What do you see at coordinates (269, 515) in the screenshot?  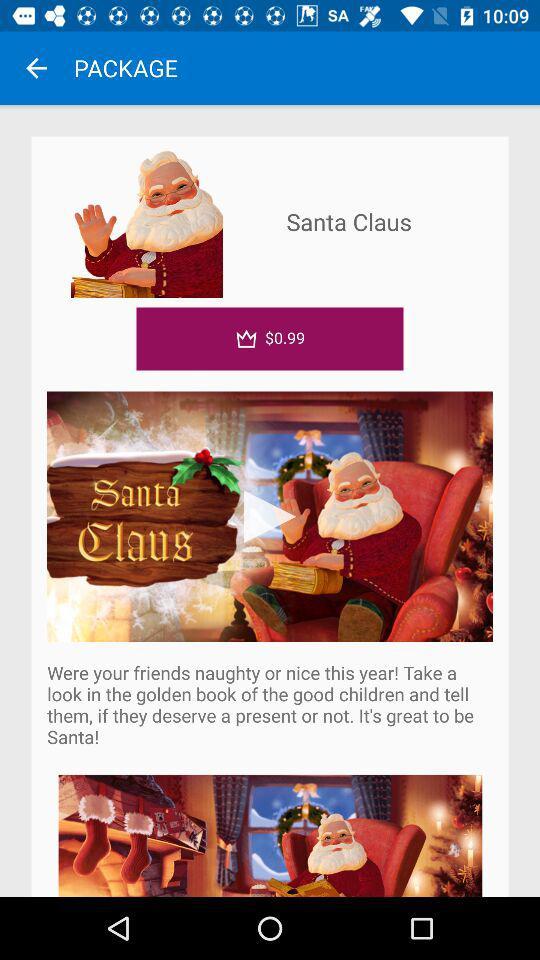 I see `item above were your friends` at bounding box center [269, 515].